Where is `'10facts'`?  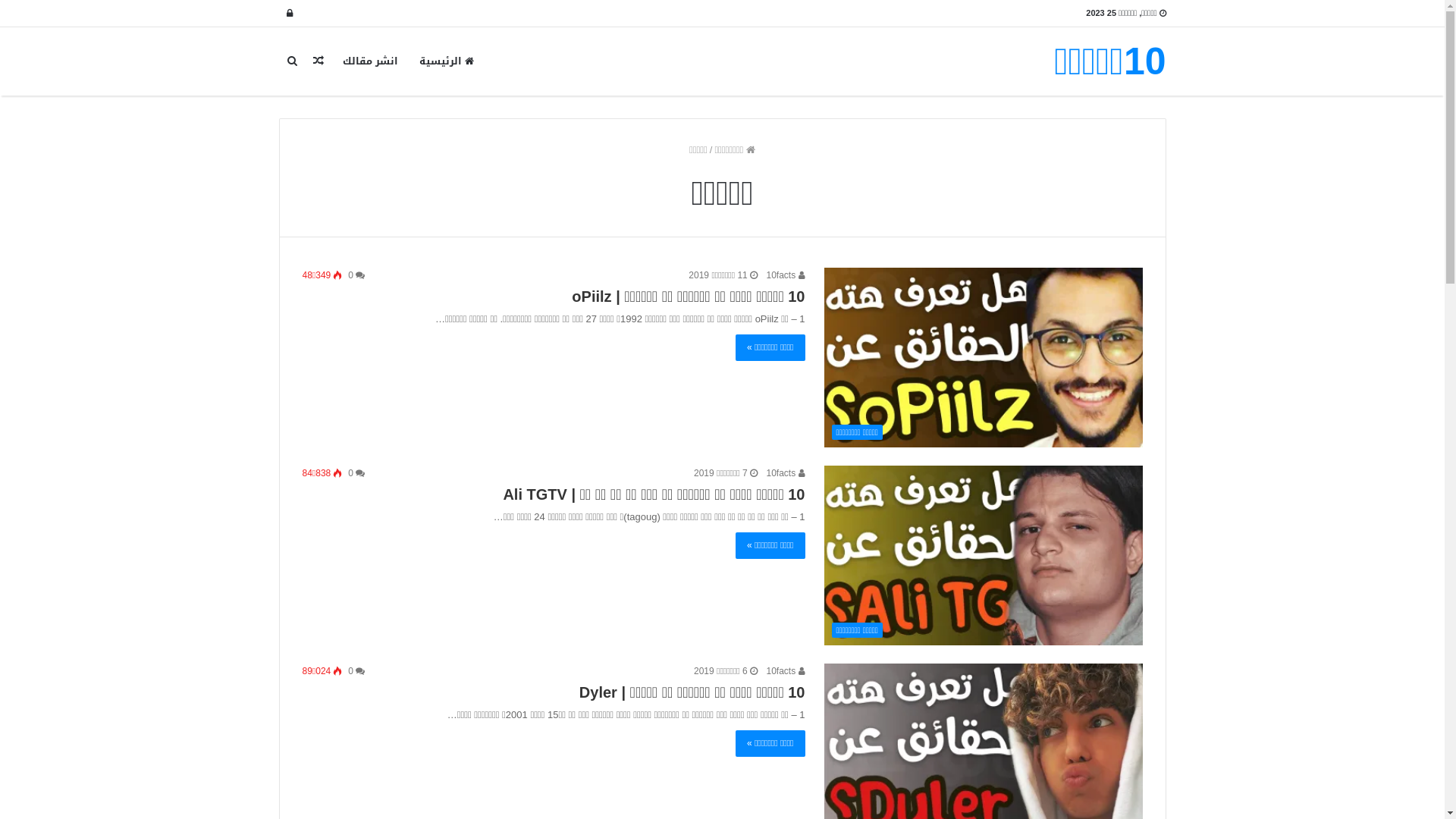
'10facts' is located at coordinates (785, 670).